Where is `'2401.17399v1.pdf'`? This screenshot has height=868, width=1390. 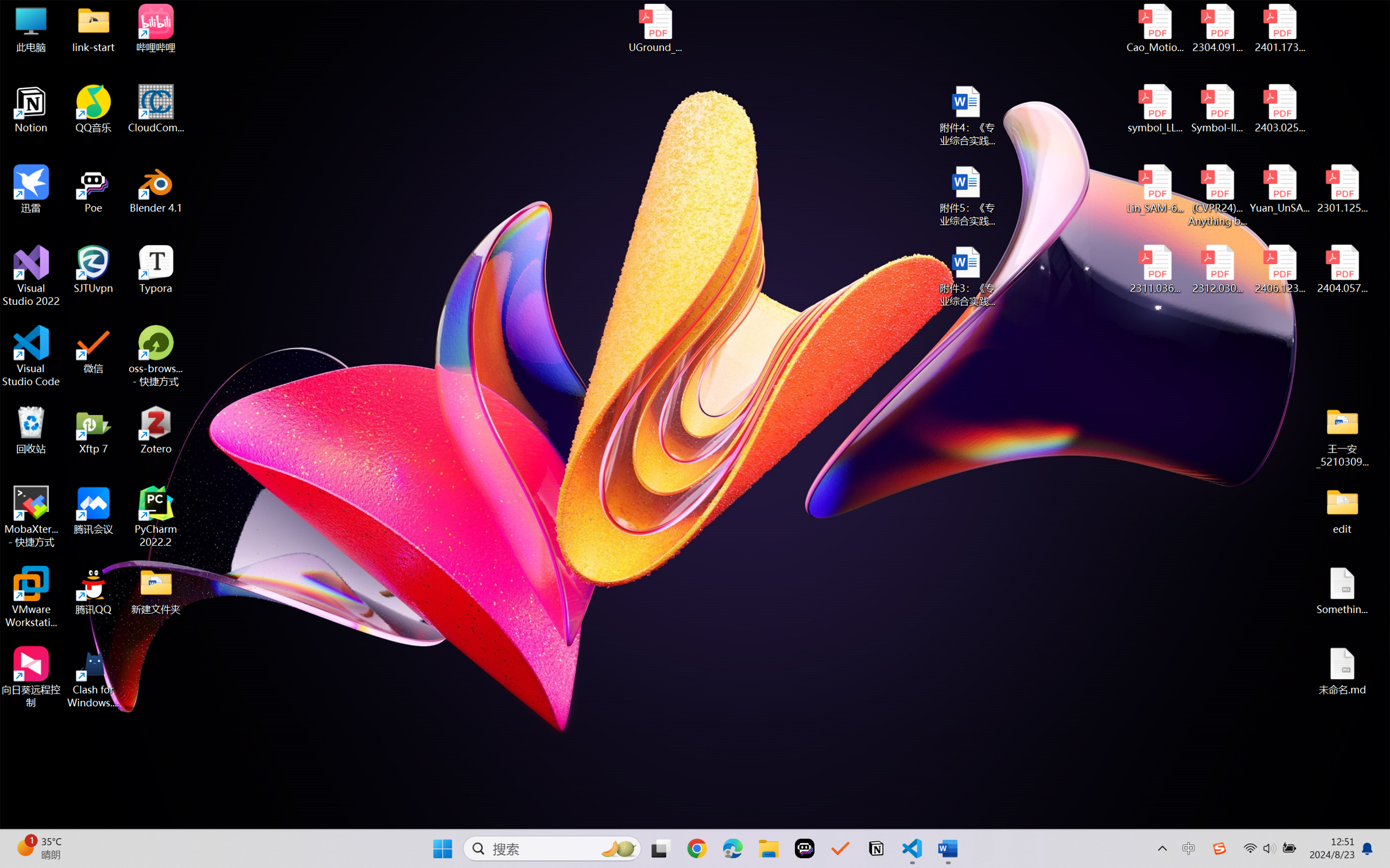
'2401.17399v1.pdf' is located at coordinates (1279, 28).